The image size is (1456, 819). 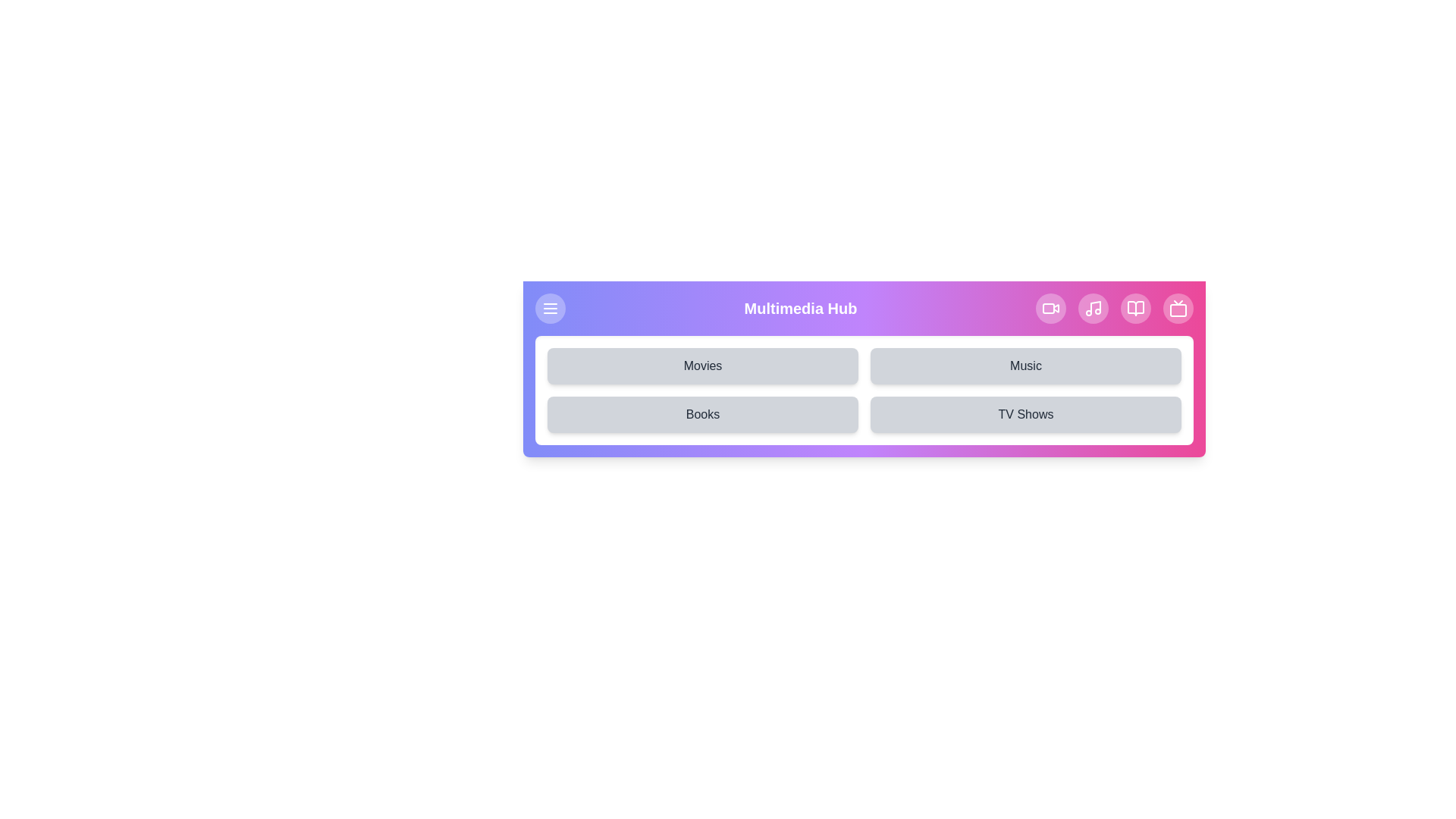 I want to click on the Movies button to select the desired multimedia category, so click(x=701, y=366).